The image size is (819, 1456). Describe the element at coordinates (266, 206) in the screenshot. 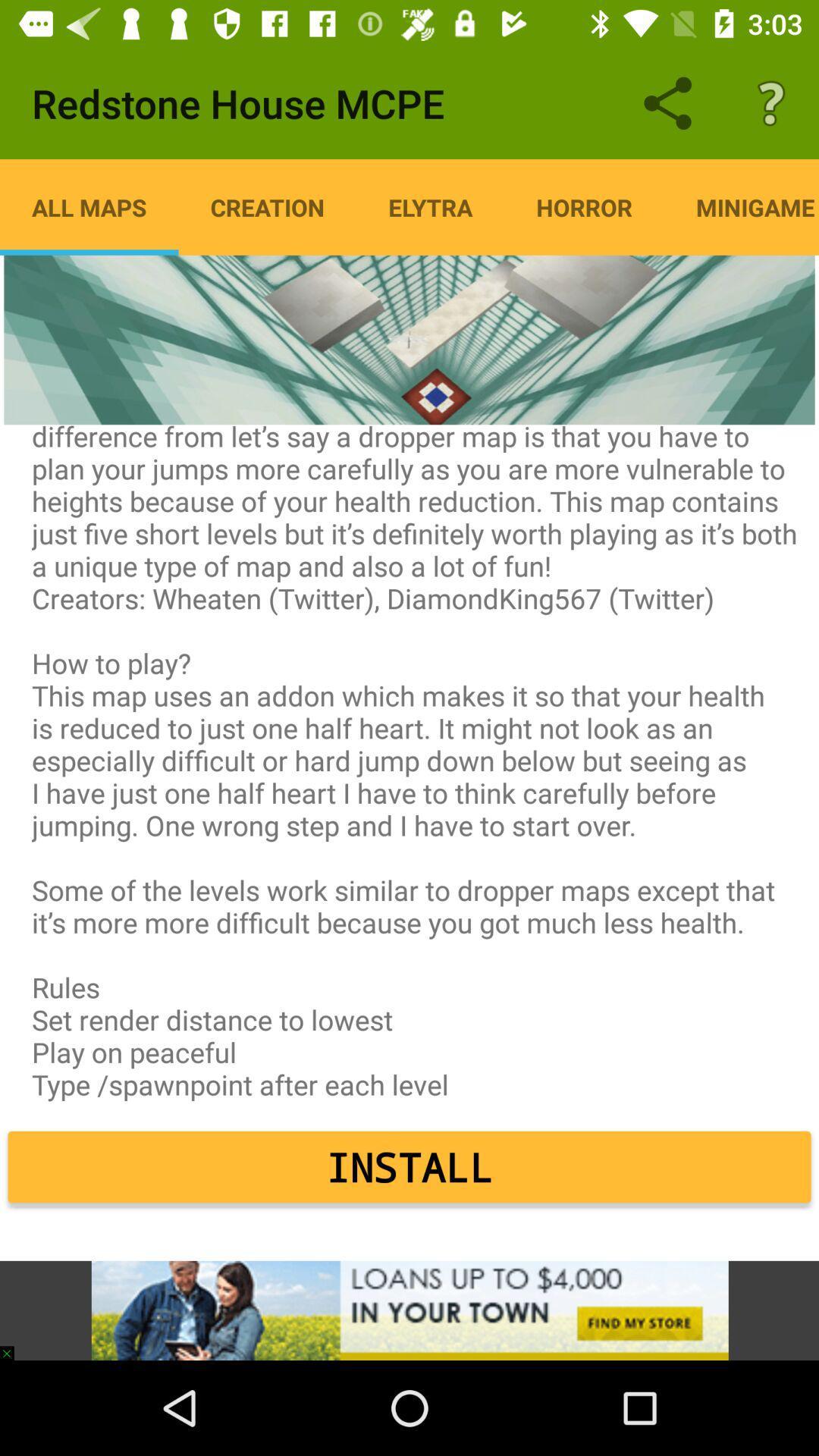

I see `the icon next to the all maps` at that location.